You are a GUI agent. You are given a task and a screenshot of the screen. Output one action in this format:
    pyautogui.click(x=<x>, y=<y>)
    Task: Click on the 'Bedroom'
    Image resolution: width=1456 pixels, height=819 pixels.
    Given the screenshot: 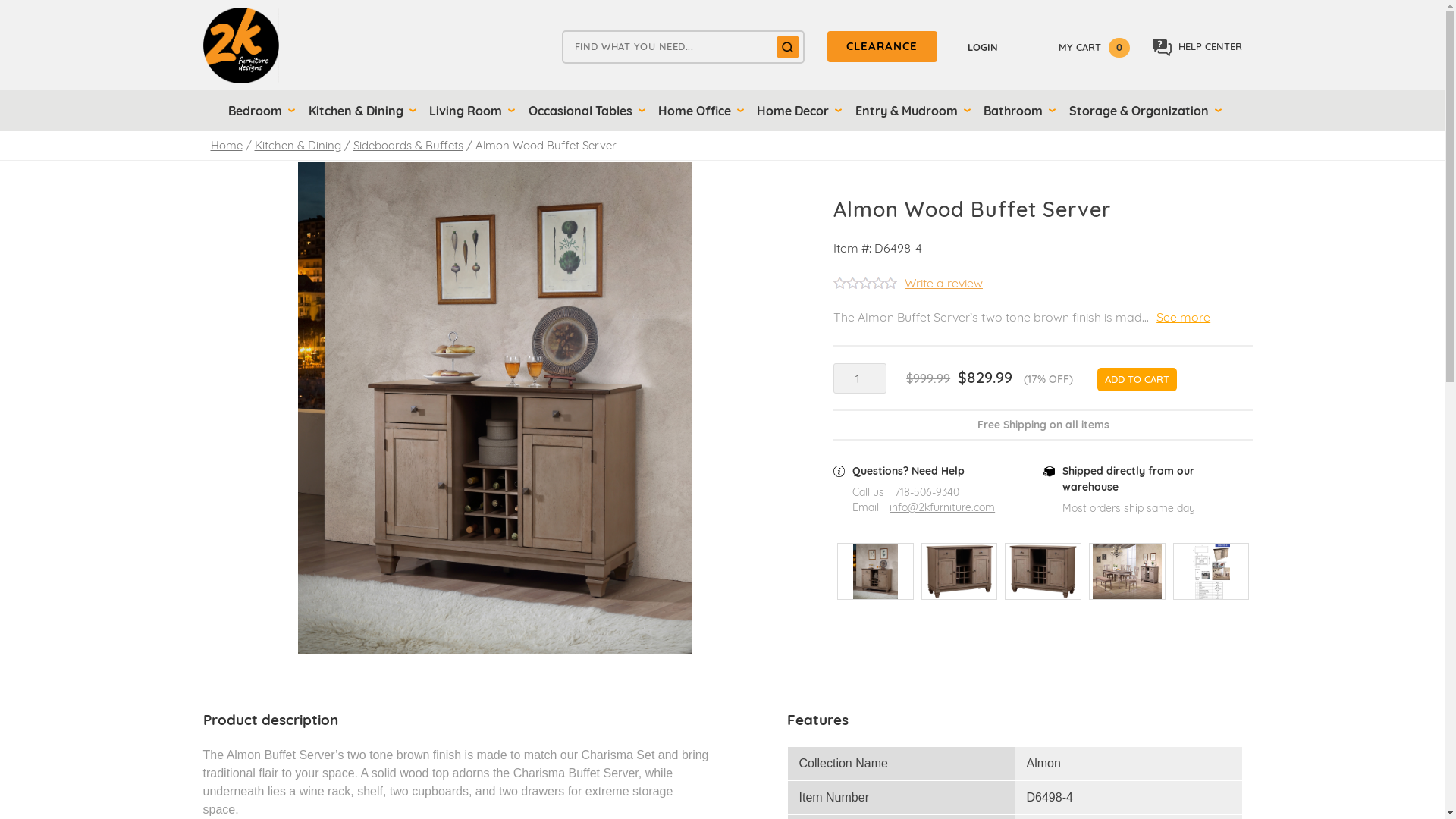 What is the action you would take?
    pyautogui.click(x=220, y=110)
    